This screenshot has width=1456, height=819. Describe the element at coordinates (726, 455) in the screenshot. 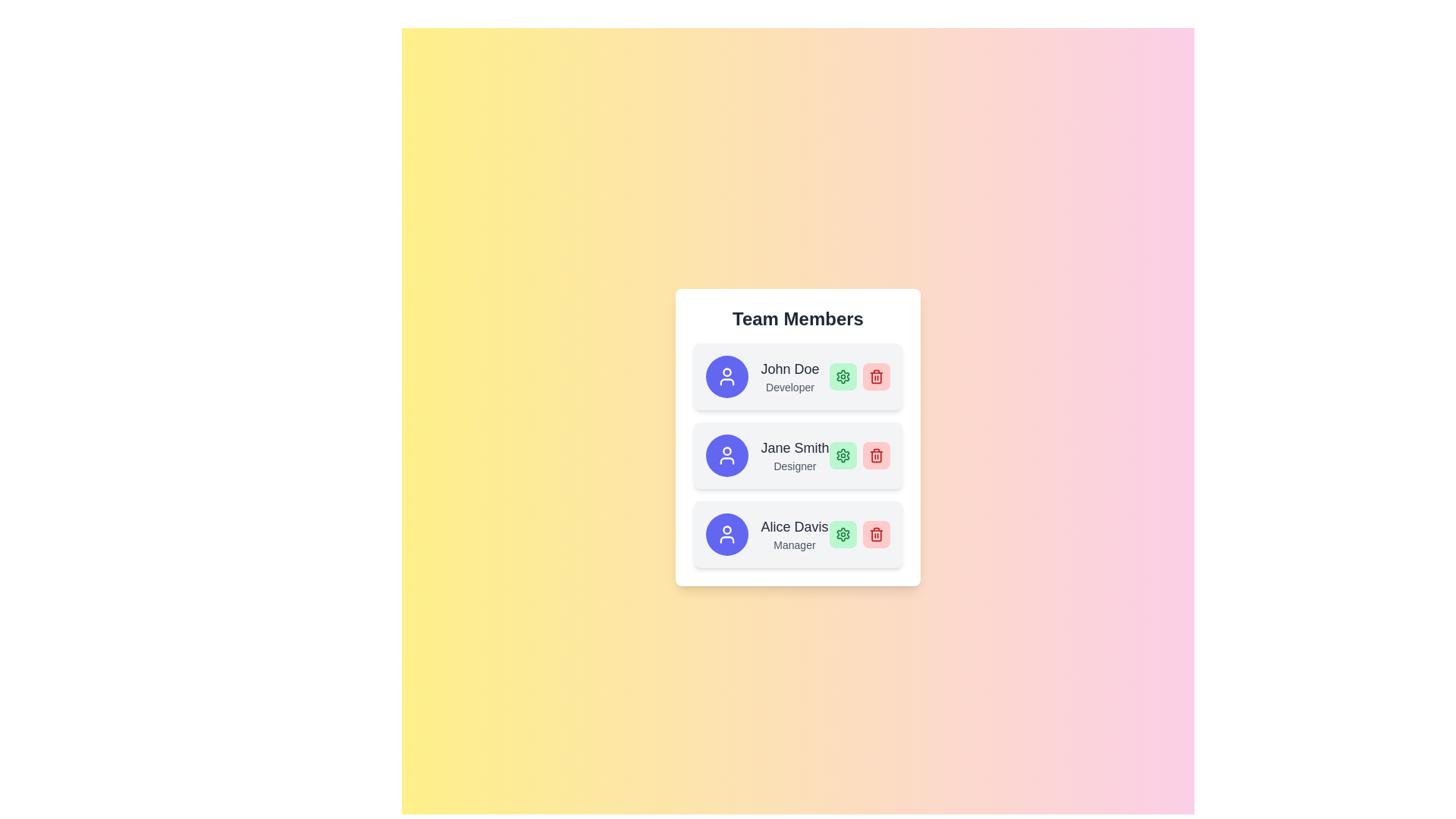

I see `the avatar representation of team member 'Jane Smith' located on the left side of the list item labeled 'Jane Smith, Designer'` at that location.